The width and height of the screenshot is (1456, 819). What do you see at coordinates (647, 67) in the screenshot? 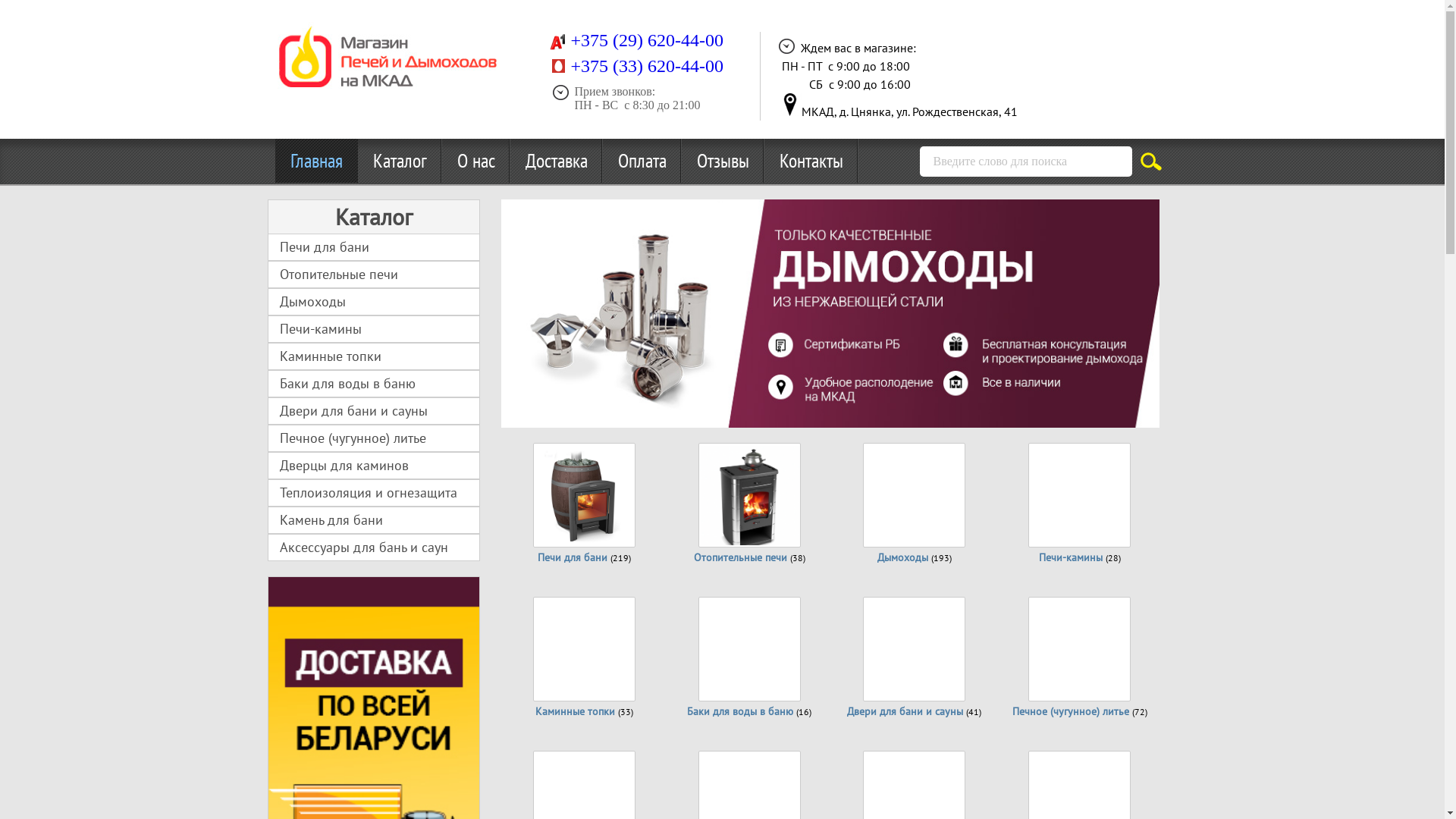
I see `'+375 (33) 620-44-00'` at bounding box center [647, 67].